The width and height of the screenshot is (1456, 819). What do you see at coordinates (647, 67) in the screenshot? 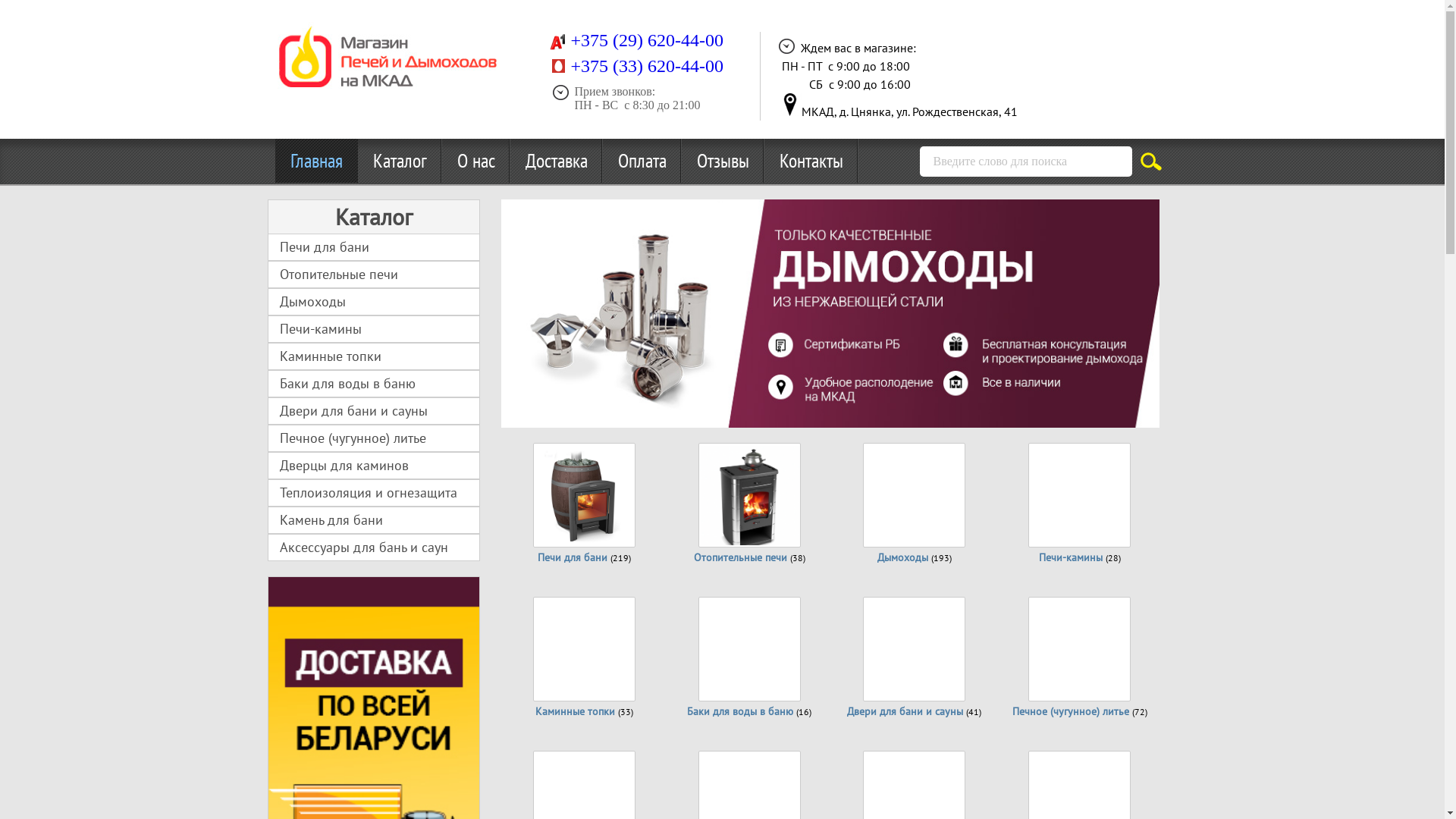
I see `'+375 (33) 620-44-00'` at bounding box center [647, 67].